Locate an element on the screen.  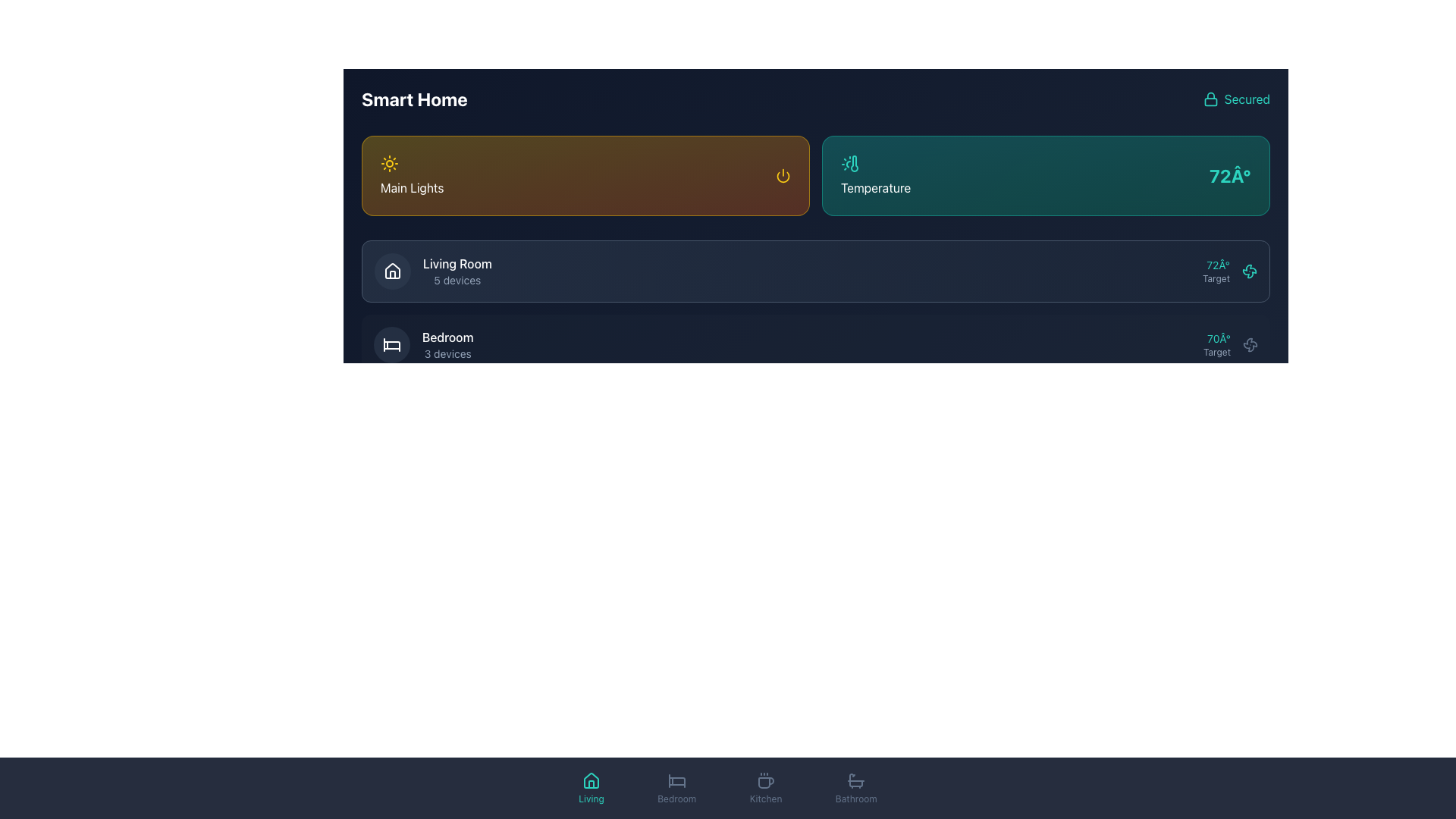
the list item entry displaying 'Living Room' with a house icon and '5 devices' below it is located at coordinates (432, 271).